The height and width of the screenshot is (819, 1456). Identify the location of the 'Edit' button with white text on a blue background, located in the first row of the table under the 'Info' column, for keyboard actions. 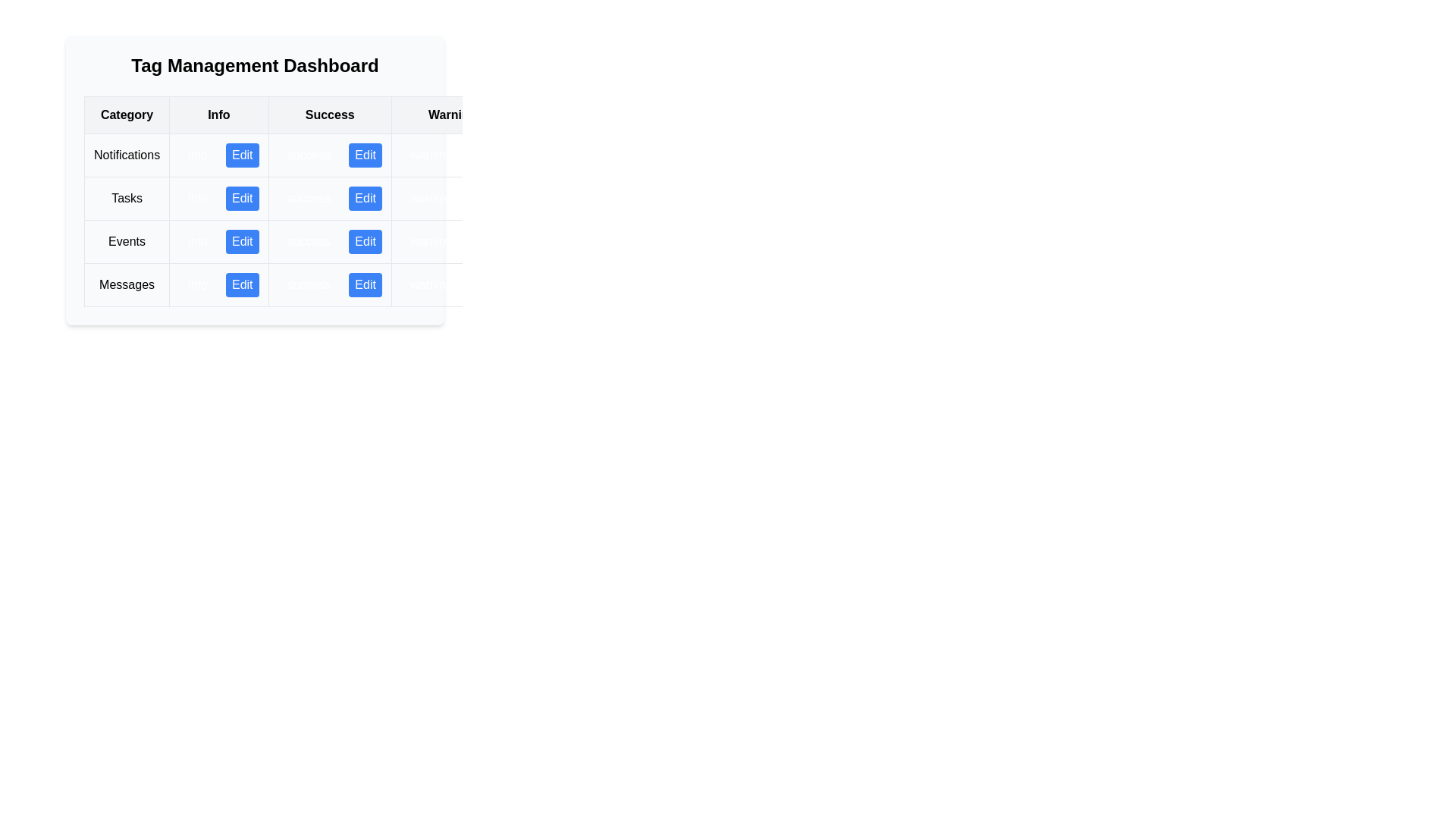
(241, 155).